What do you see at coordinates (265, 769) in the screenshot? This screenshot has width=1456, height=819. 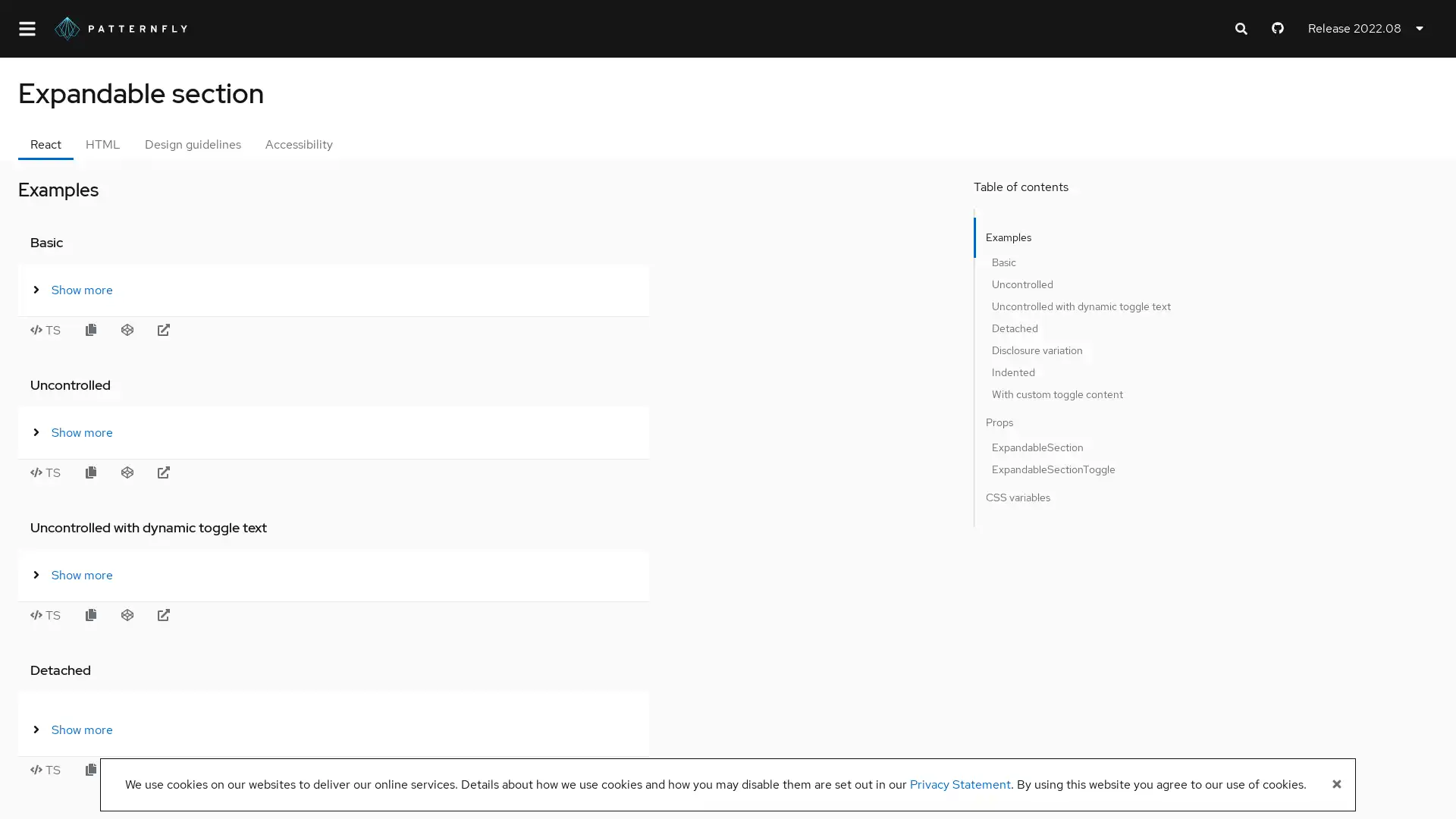 I see `Toggle TS code in Detached example` at bounding box center [265, 769].